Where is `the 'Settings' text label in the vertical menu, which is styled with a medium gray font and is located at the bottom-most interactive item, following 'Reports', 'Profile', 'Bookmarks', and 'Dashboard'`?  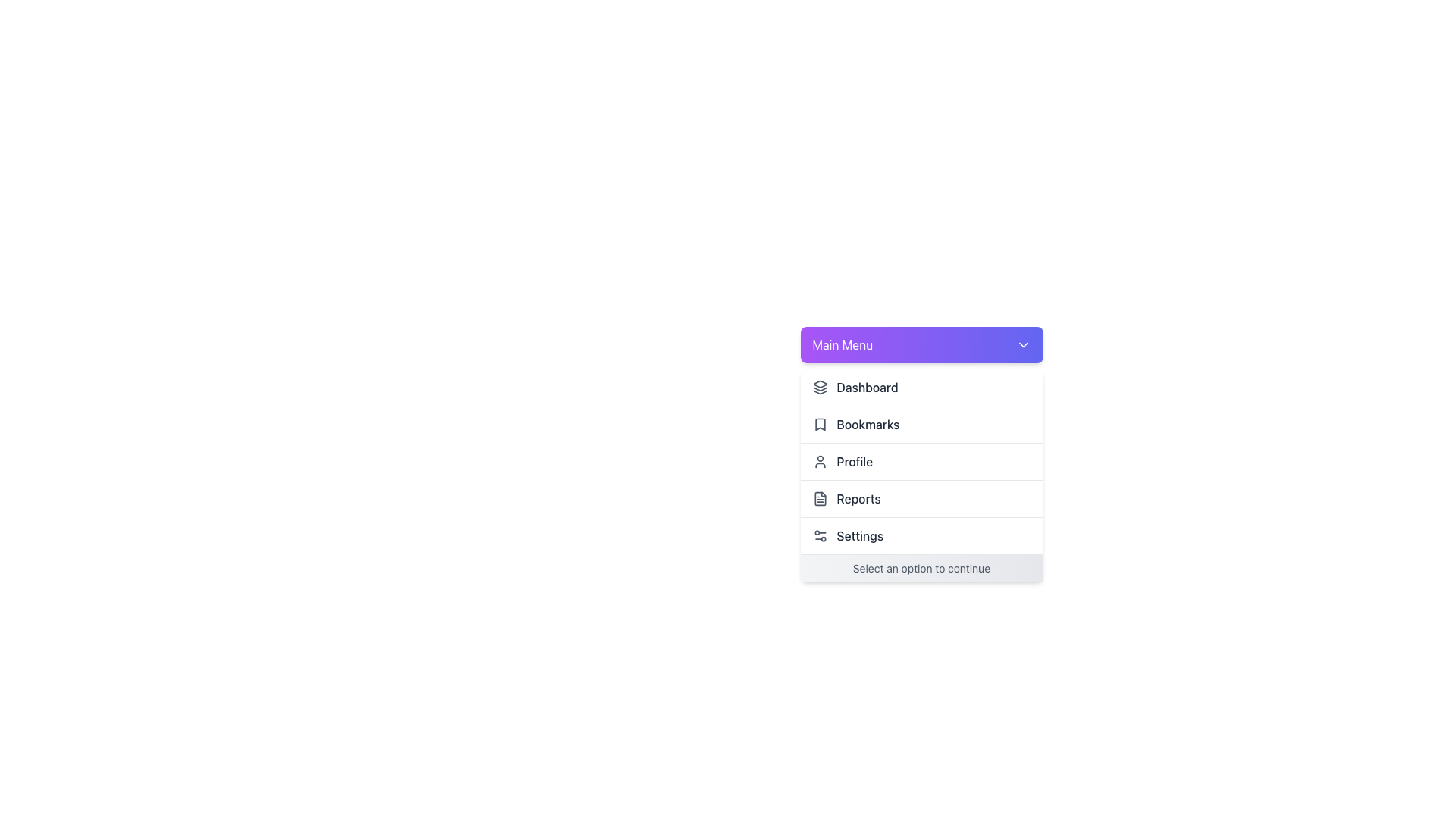
the 'Settings' text label in the vertical menu, which is styled with a medium gray font and is located at the bottom-most interactive item, following 'Reports', 'Profile', 'Bookmarks', and 'Dashboard' is located at coordinates (860, 535).